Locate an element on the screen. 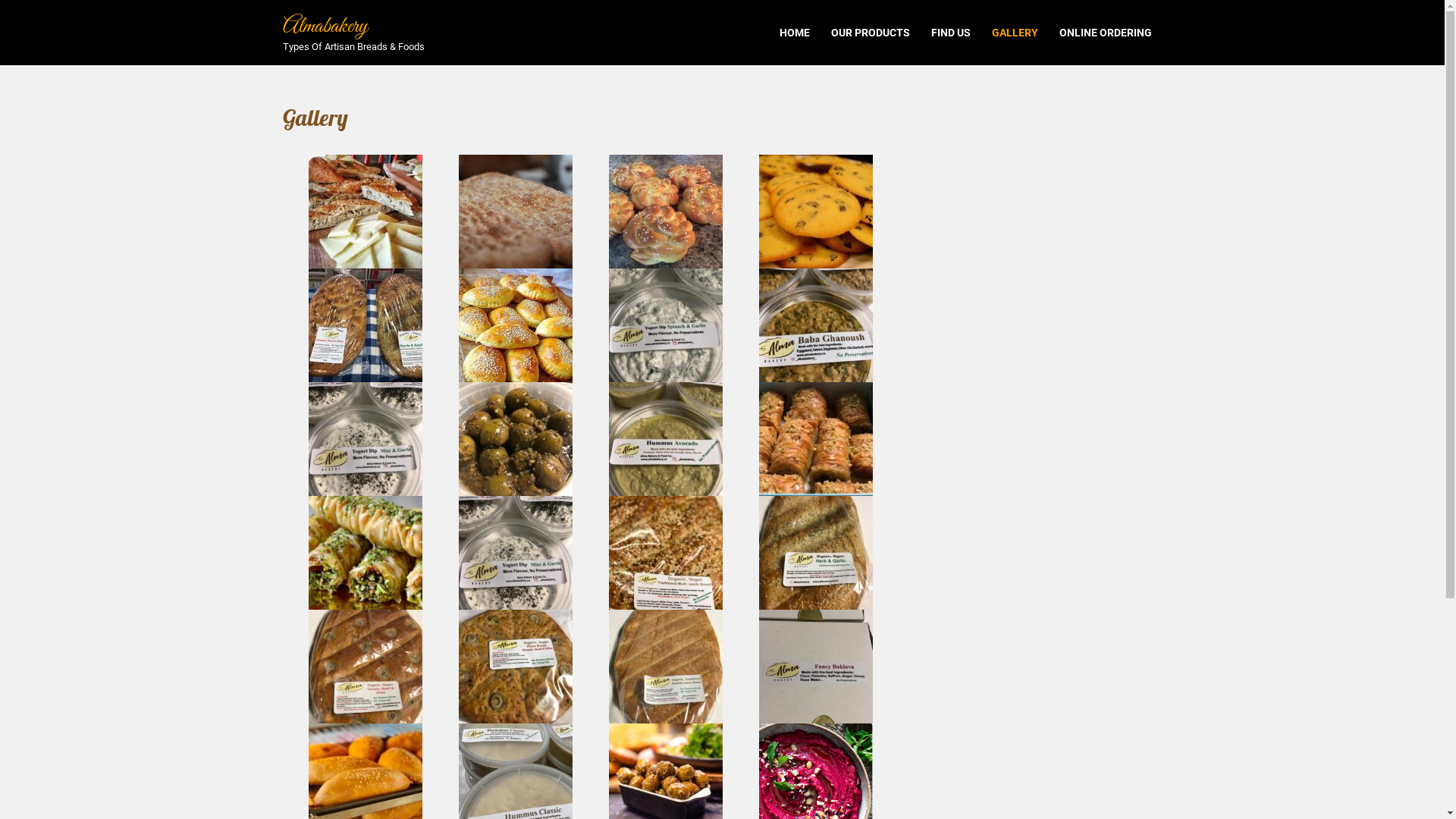 The width and height of the screenshot is (1456, 819). 'HOME' is located at coordinates (793, 32).